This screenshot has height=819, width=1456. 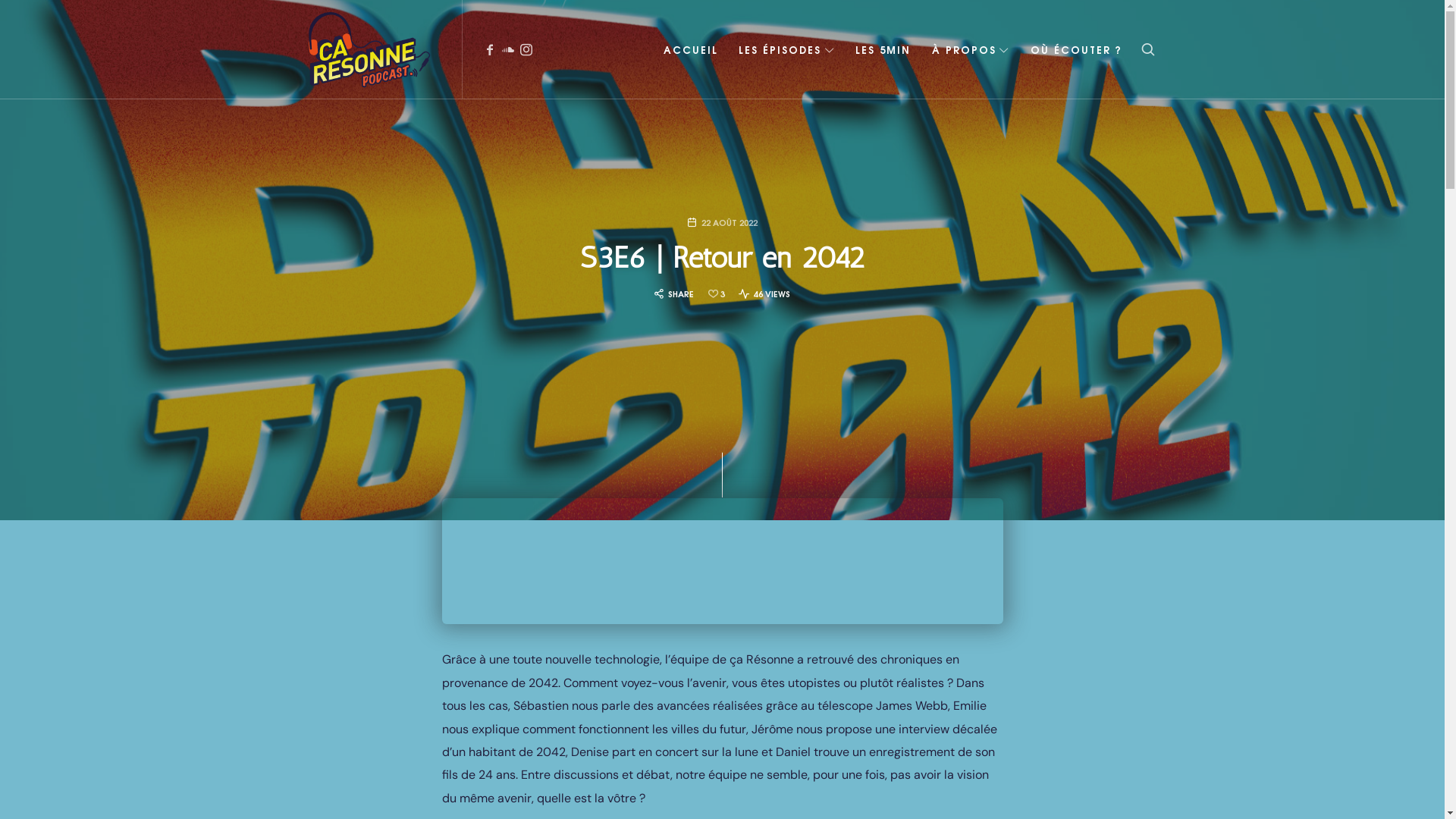 I want to click on '3', so click(x=708, y=293).